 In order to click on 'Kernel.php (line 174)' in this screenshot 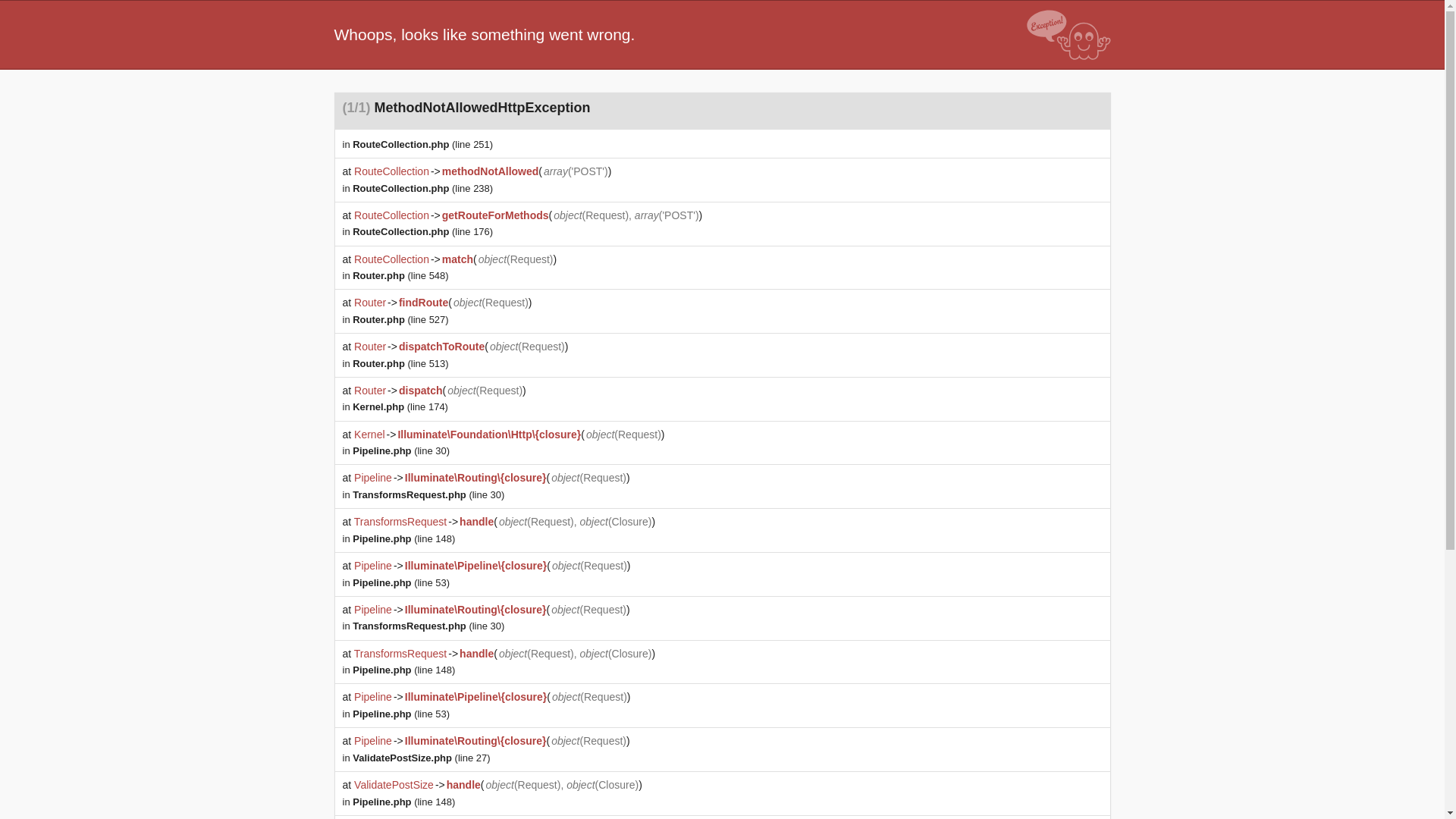, I will do `click(400, 406)`.